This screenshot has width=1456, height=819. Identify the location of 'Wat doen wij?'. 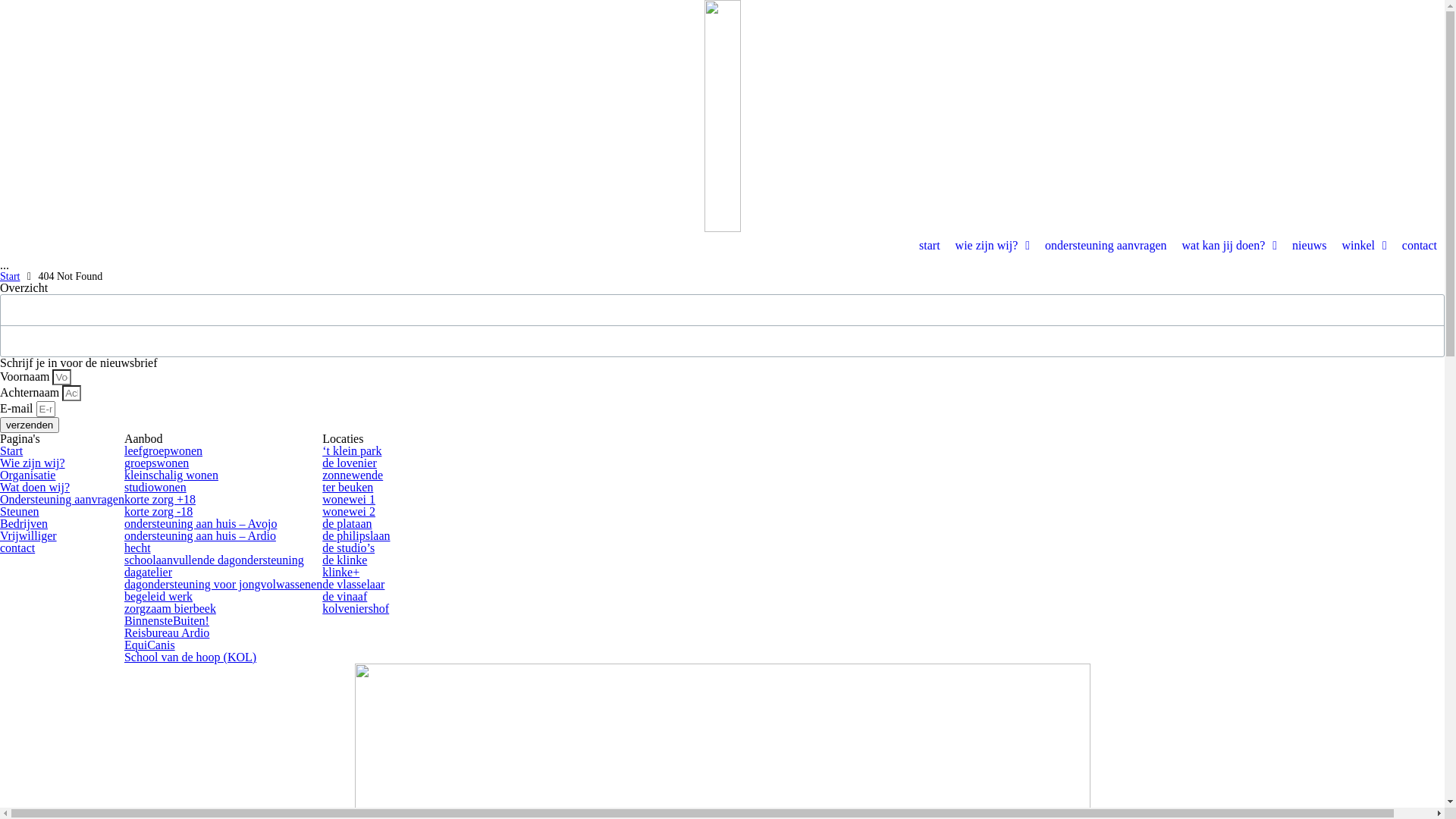
(35, 487).